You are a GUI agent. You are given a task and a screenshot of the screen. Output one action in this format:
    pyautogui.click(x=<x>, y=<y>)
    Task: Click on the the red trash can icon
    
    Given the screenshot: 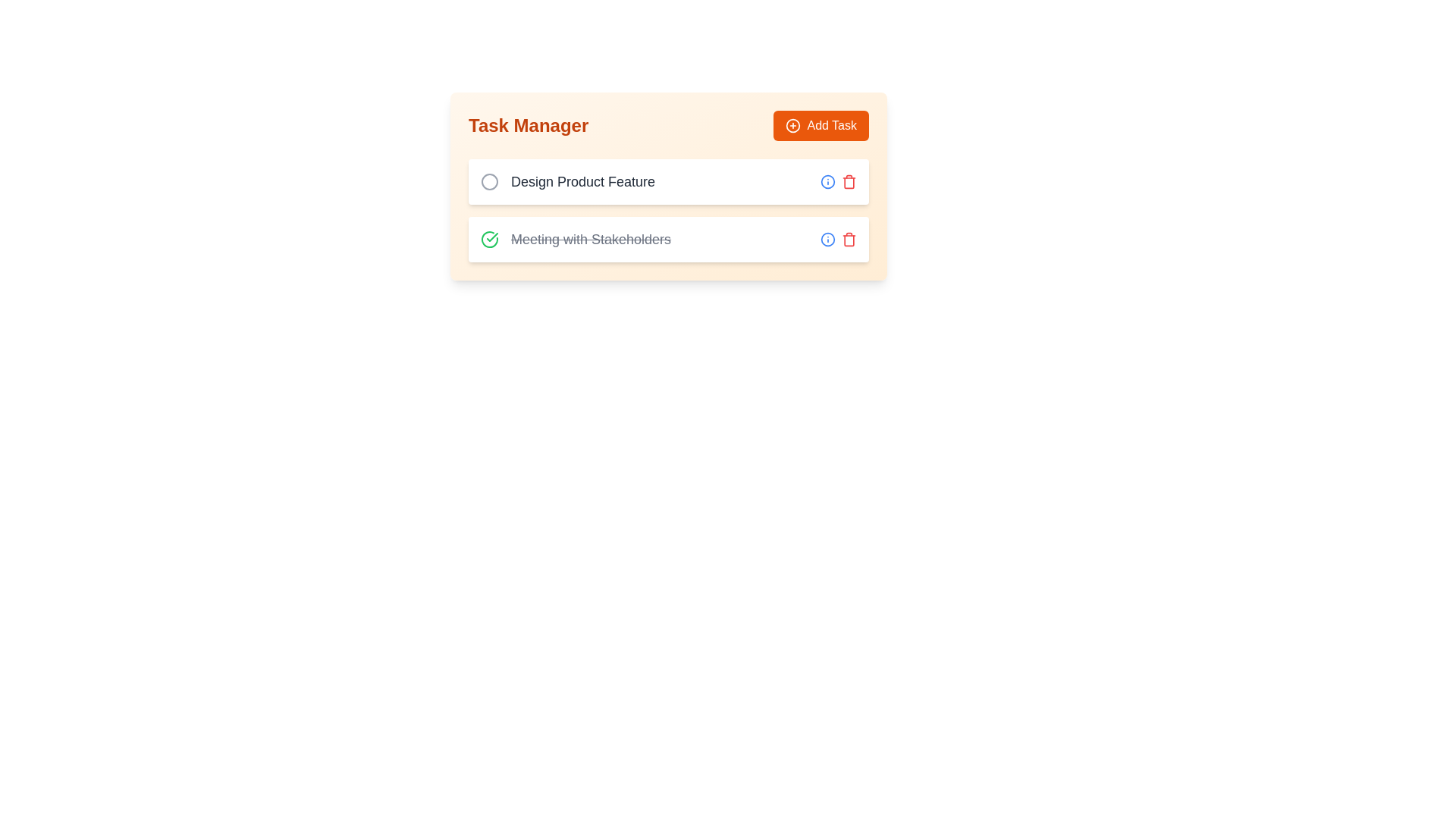 What is the action you would take?
    pyautogui.click(x=837, y=239)
    